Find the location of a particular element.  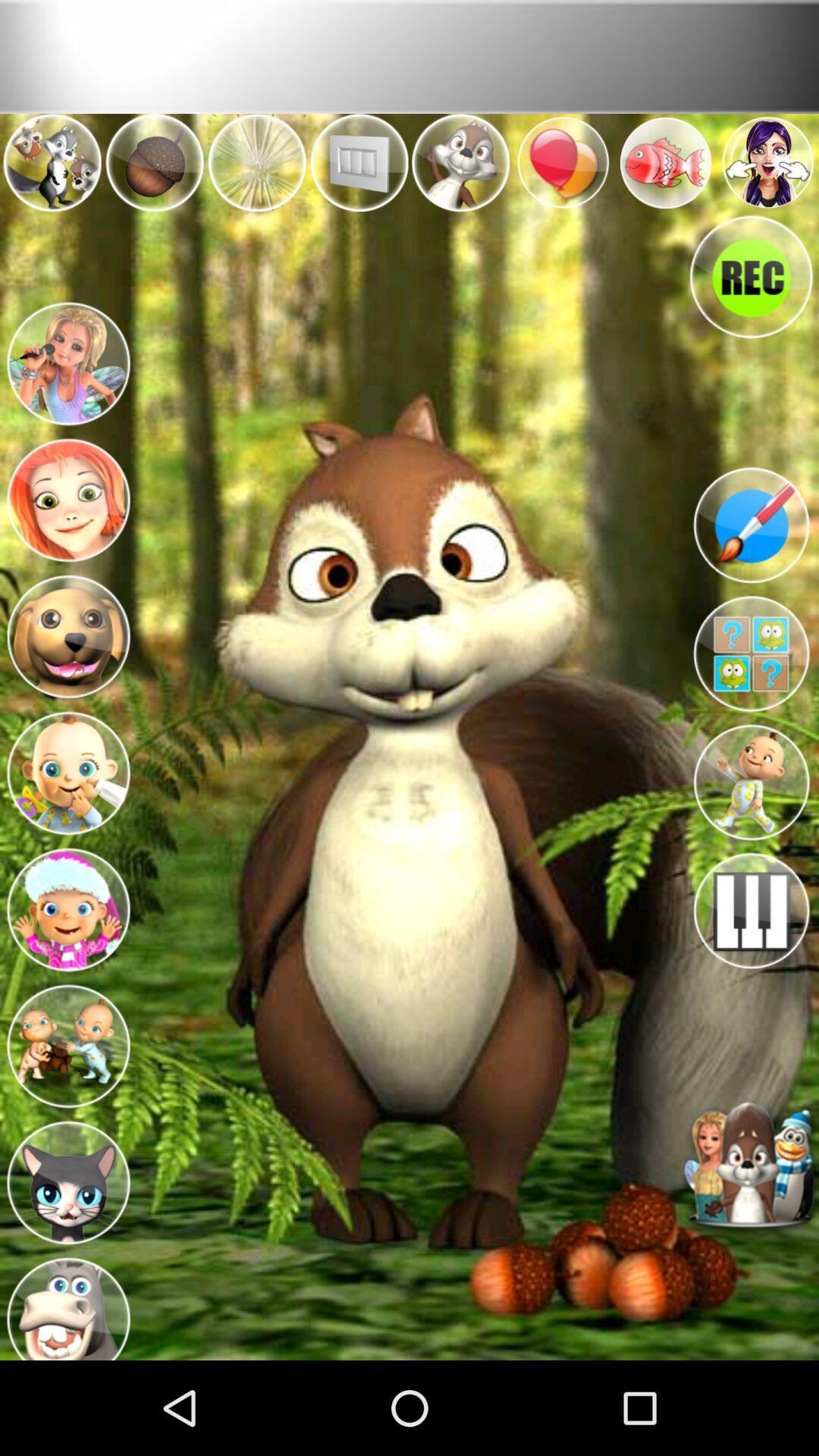

the avatar icon is located at coordinates (67, 968).